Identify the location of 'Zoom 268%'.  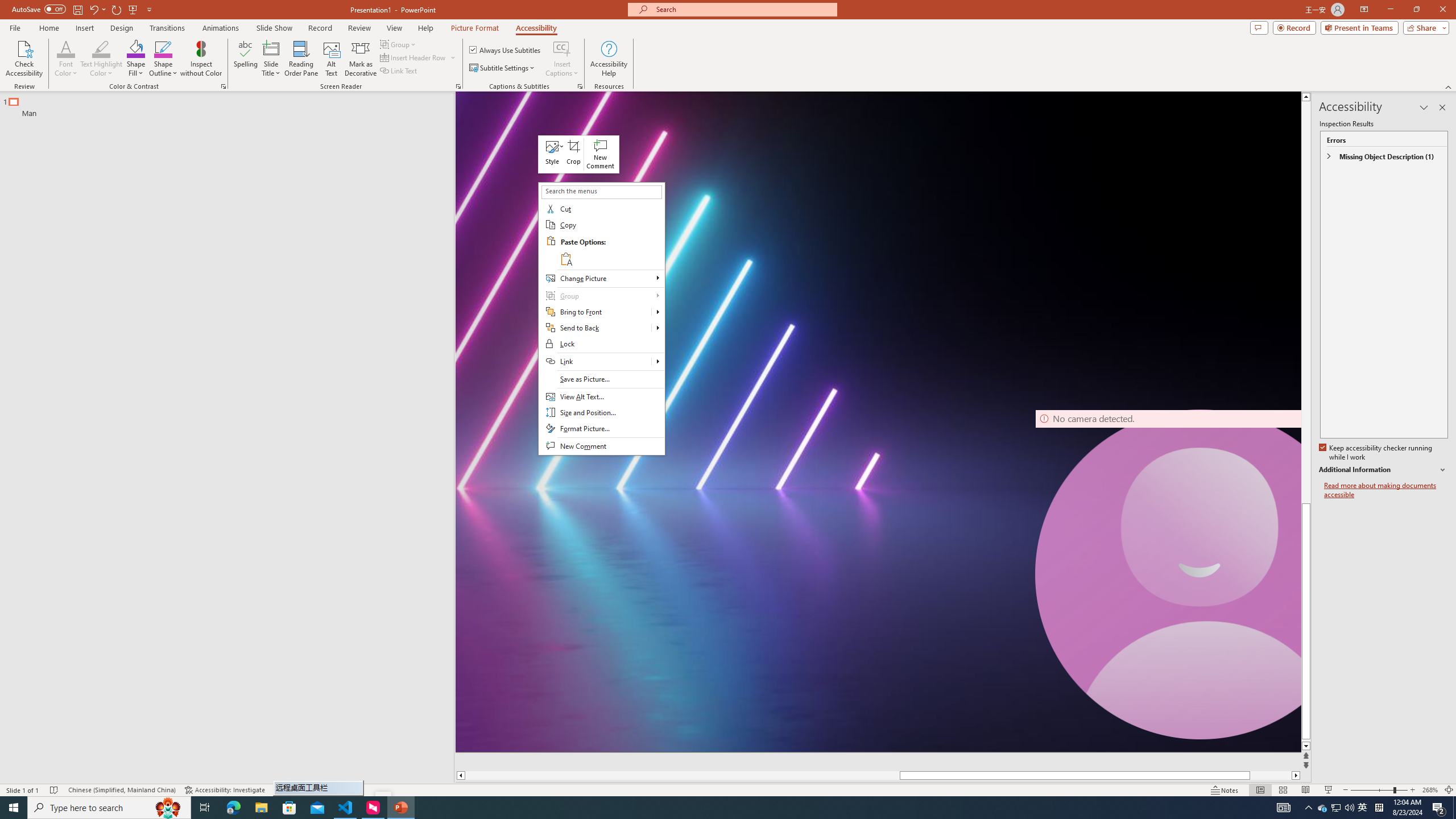
(1430, 790).